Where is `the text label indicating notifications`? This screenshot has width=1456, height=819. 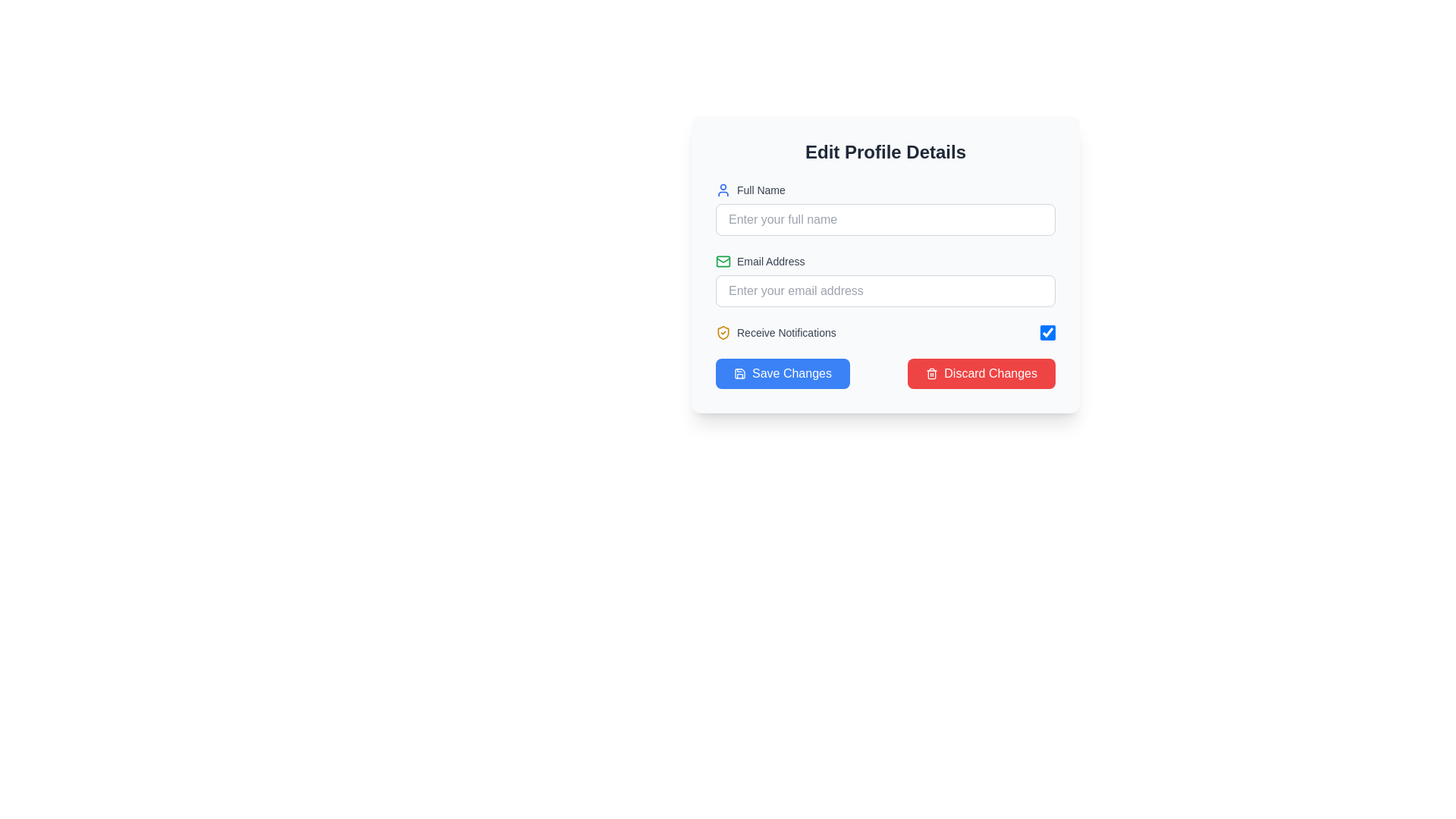 the text label indicating notifications is located at coordinates (786, 332).